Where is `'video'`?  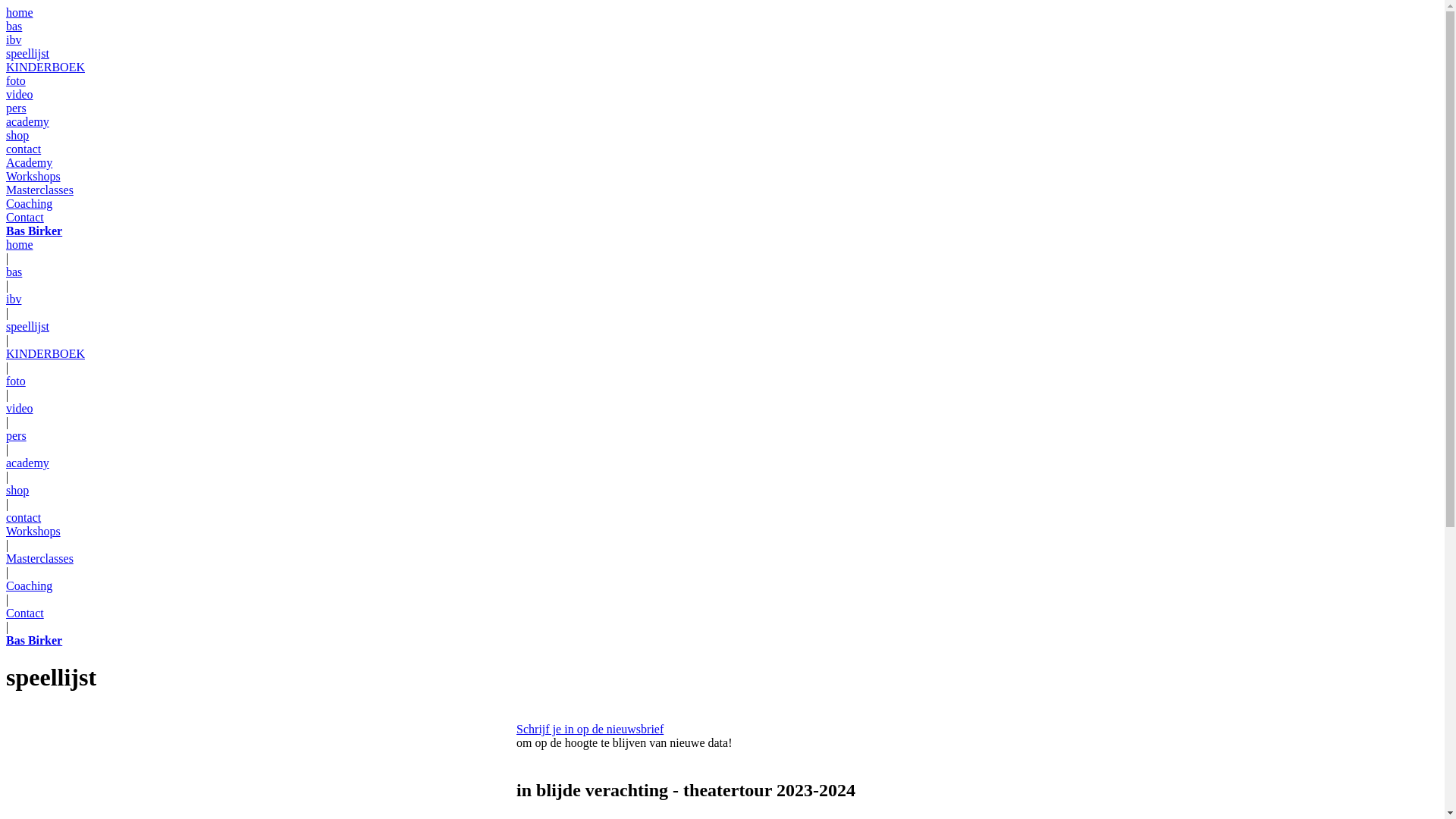
'video' is located at coordinates (19, 94).